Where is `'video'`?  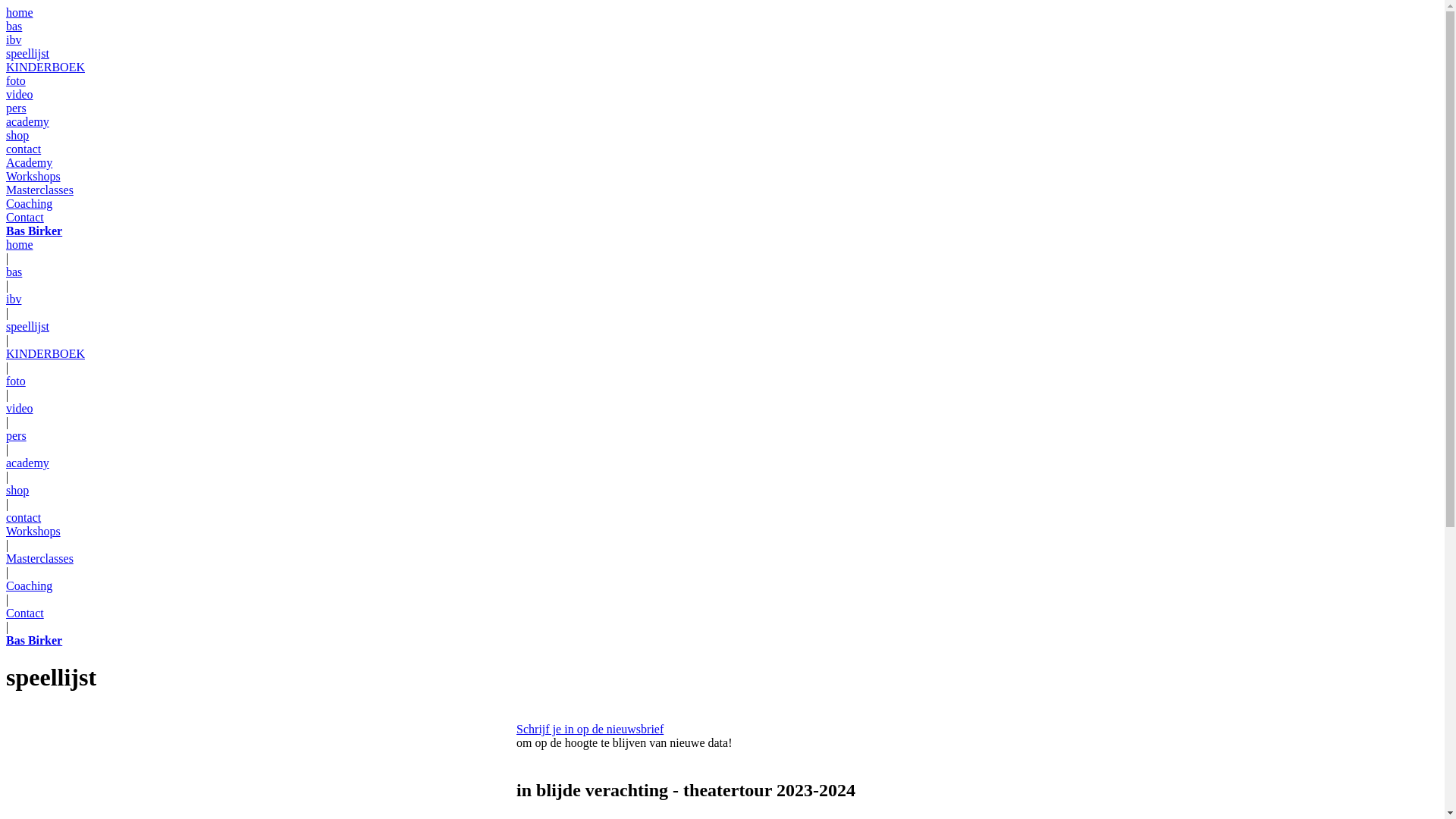
'video' is located at coordinates (19, 94).